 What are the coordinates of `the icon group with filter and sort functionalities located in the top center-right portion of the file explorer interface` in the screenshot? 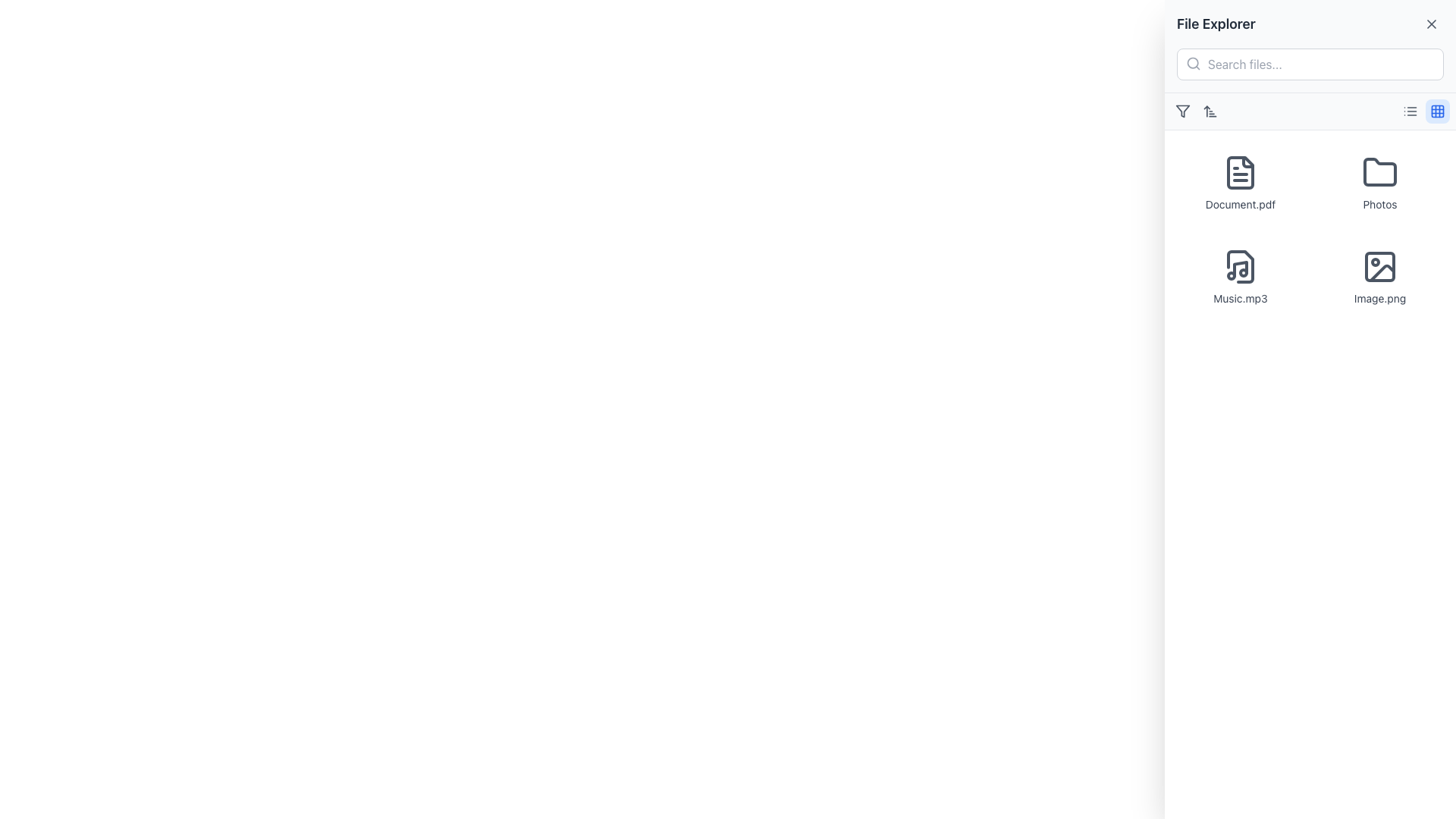 It's located at (1196, 110).